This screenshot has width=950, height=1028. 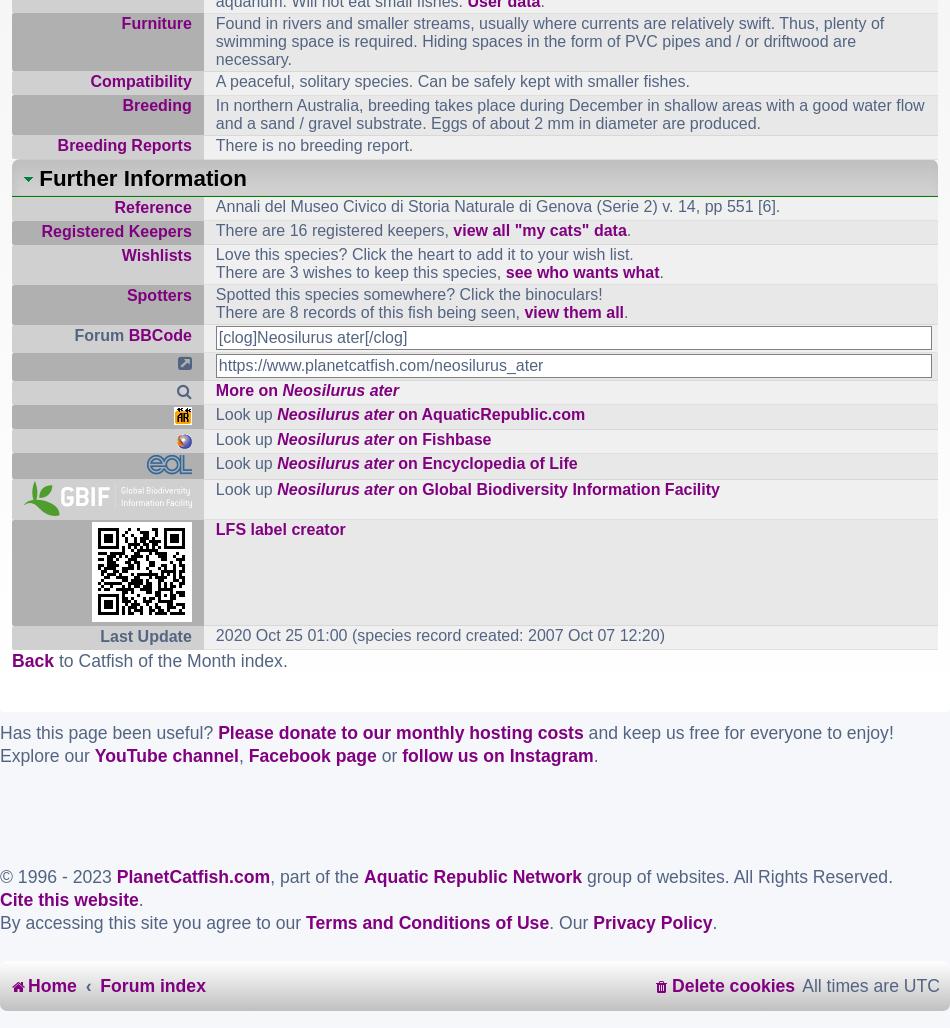 I want to click on 'Aquatic Republic Network', so click(x=472, y=875).